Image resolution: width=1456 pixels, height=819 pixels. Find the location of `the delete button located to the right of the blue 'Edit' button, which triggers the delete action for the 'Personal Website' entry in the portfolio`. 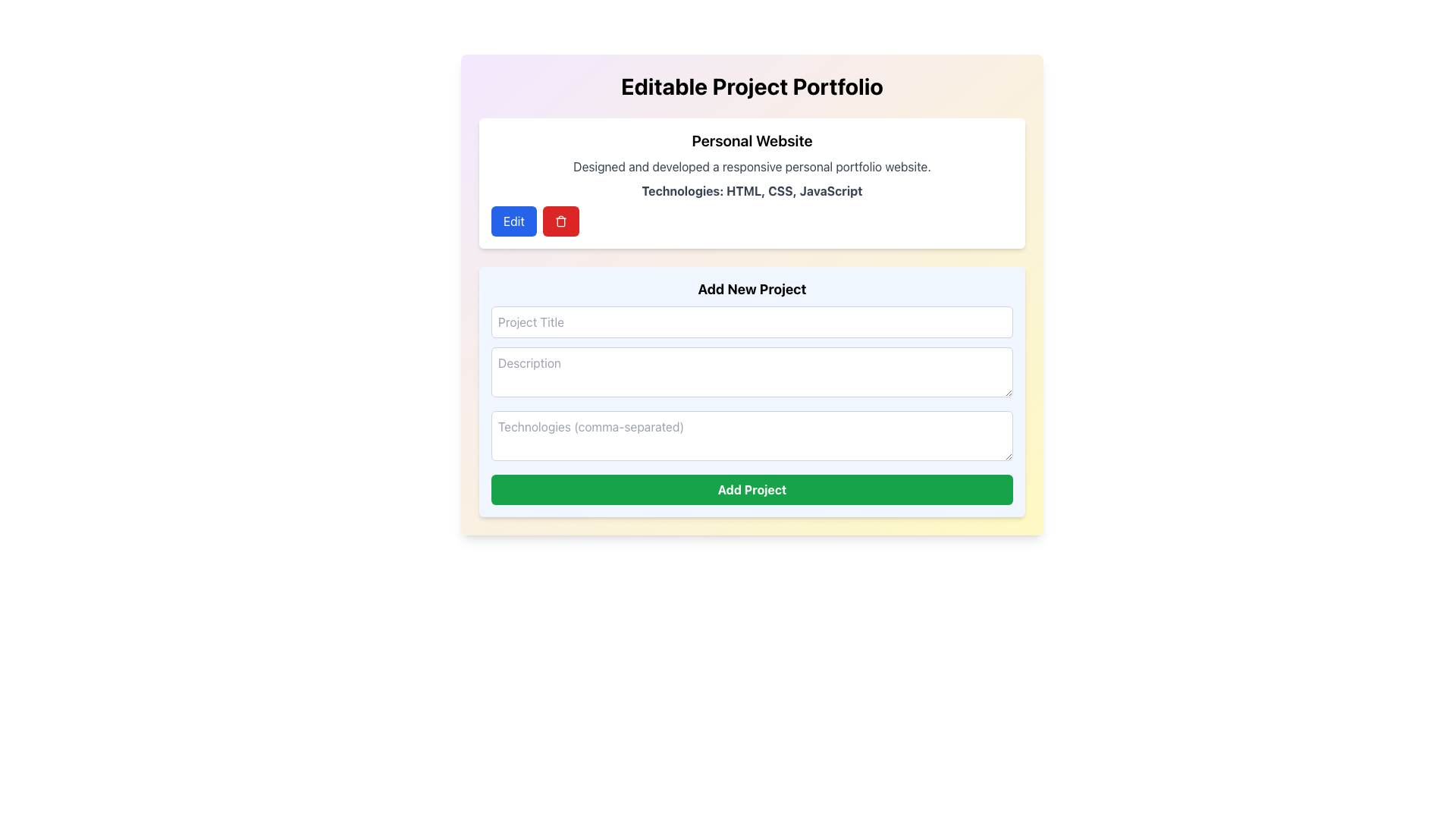

the delete button located to the right of the blue 'Edit' button, which triggers the delete action for the 'Personal Website' entry in the portfolio is located at coordinates (560, 221).